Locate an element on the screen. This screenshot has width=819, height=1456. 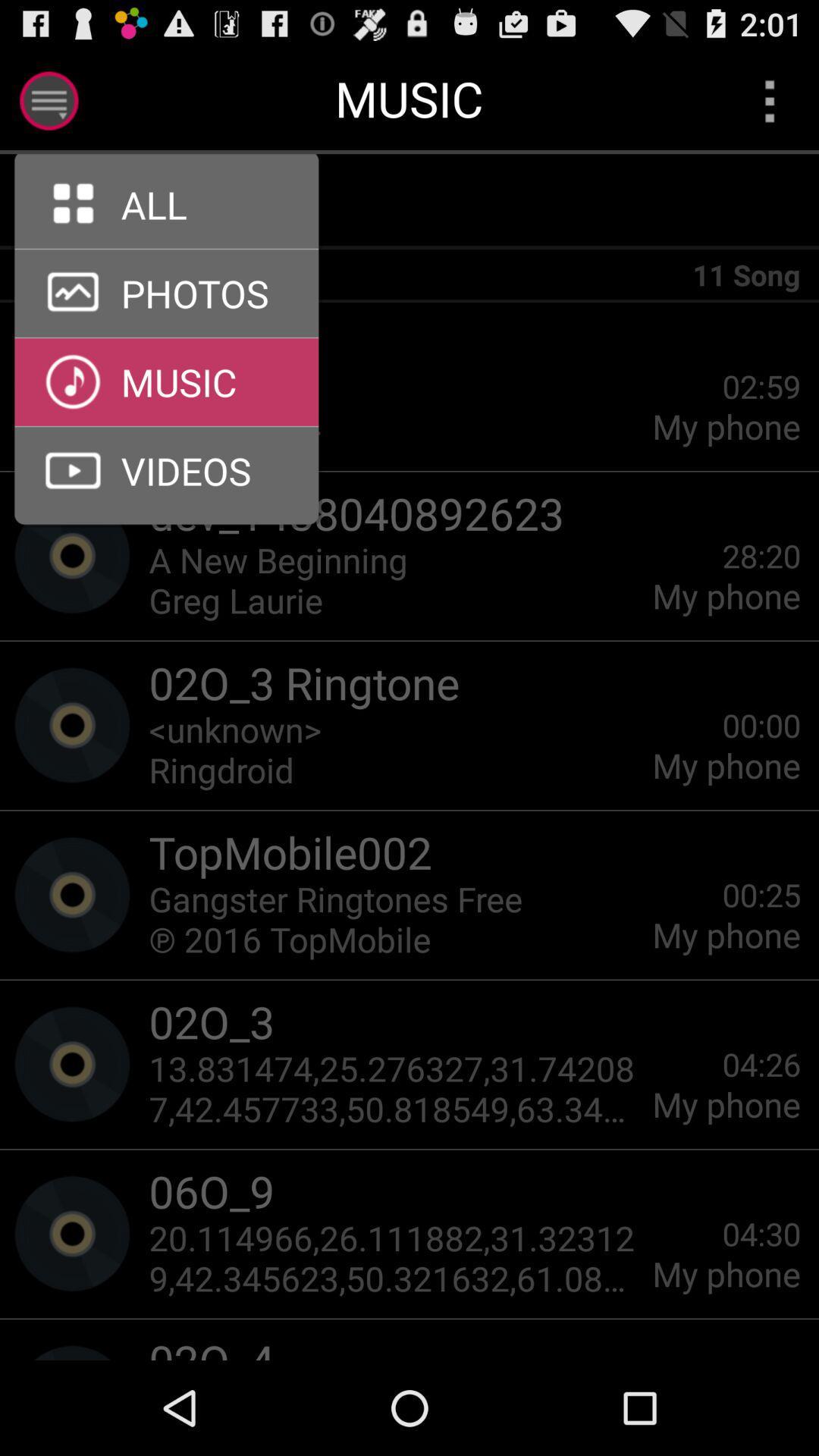
the more icon is located at coordinates (770, 107).